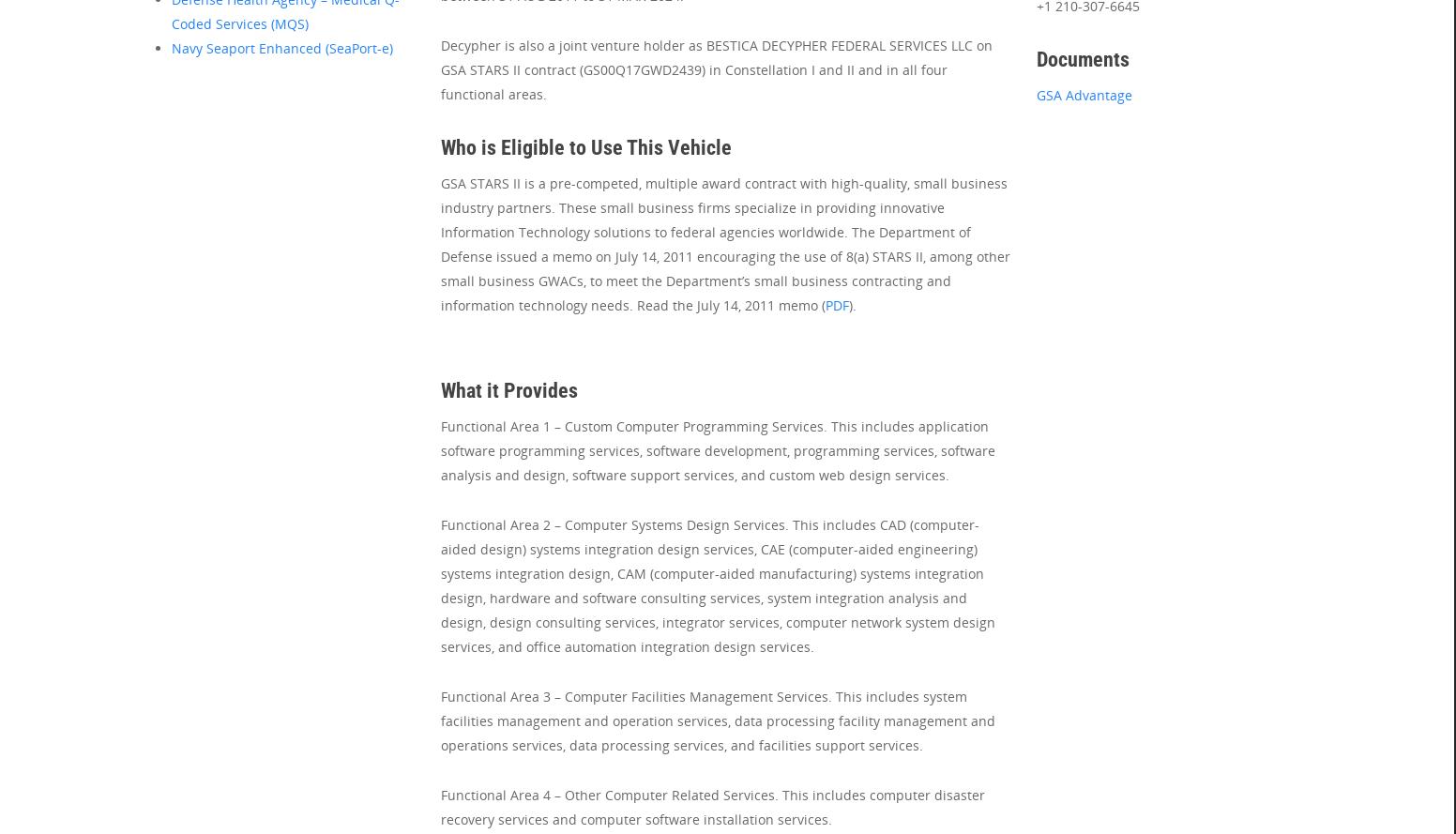 The width and height of the screenshot is (1456, 834). I want to click on 'Decypher is also a joint venture holder as BESTICA DECYPHER FEDERAL SERVICES LLC on GSA STARS II contract (GS00Q17GWD2439) in Constellation I and II and in all four functional areas.', so click(440, 68).